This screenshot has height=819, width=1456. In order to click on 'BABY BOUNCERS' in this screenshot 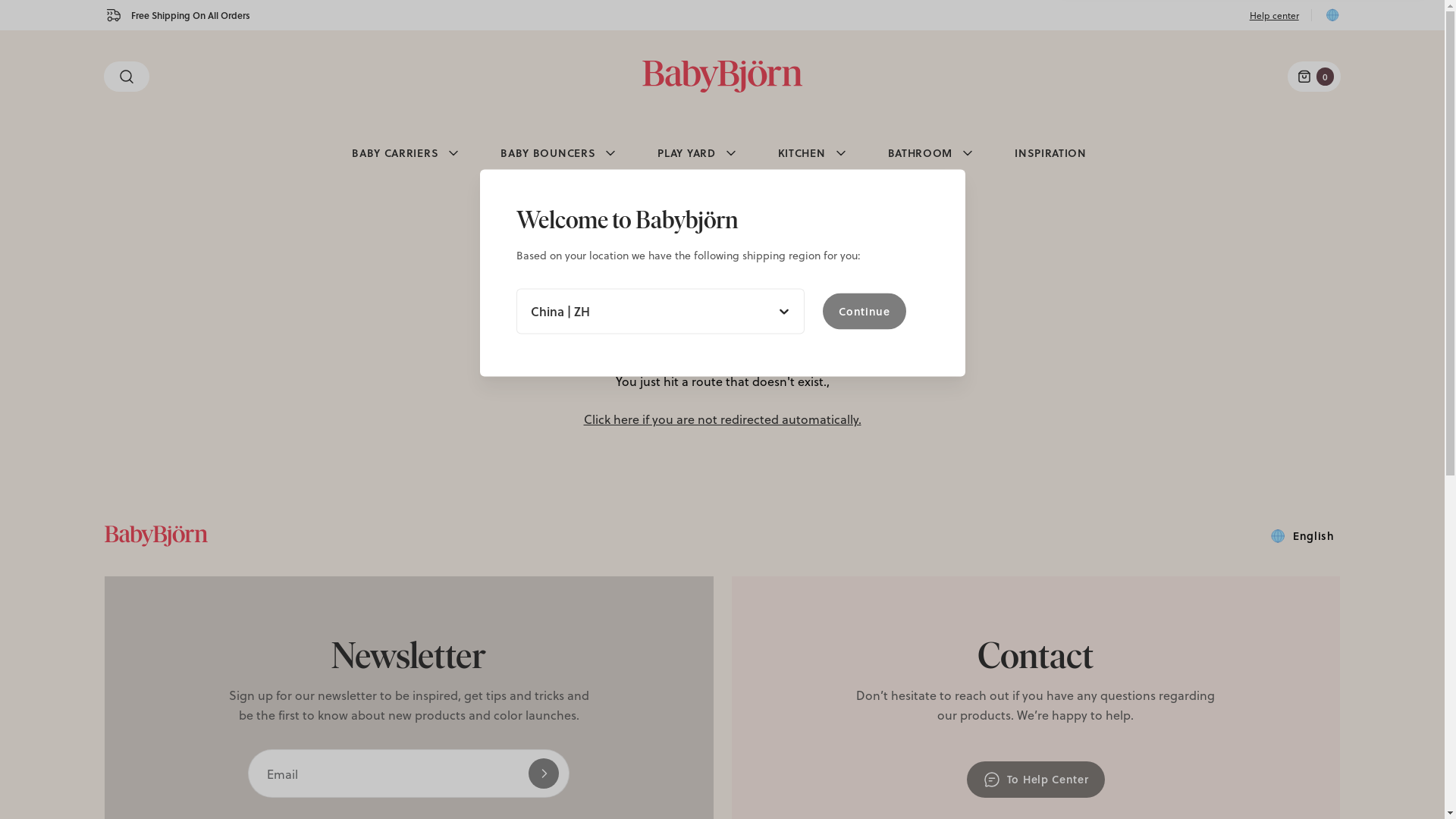, I will do `click(483, 152)`.